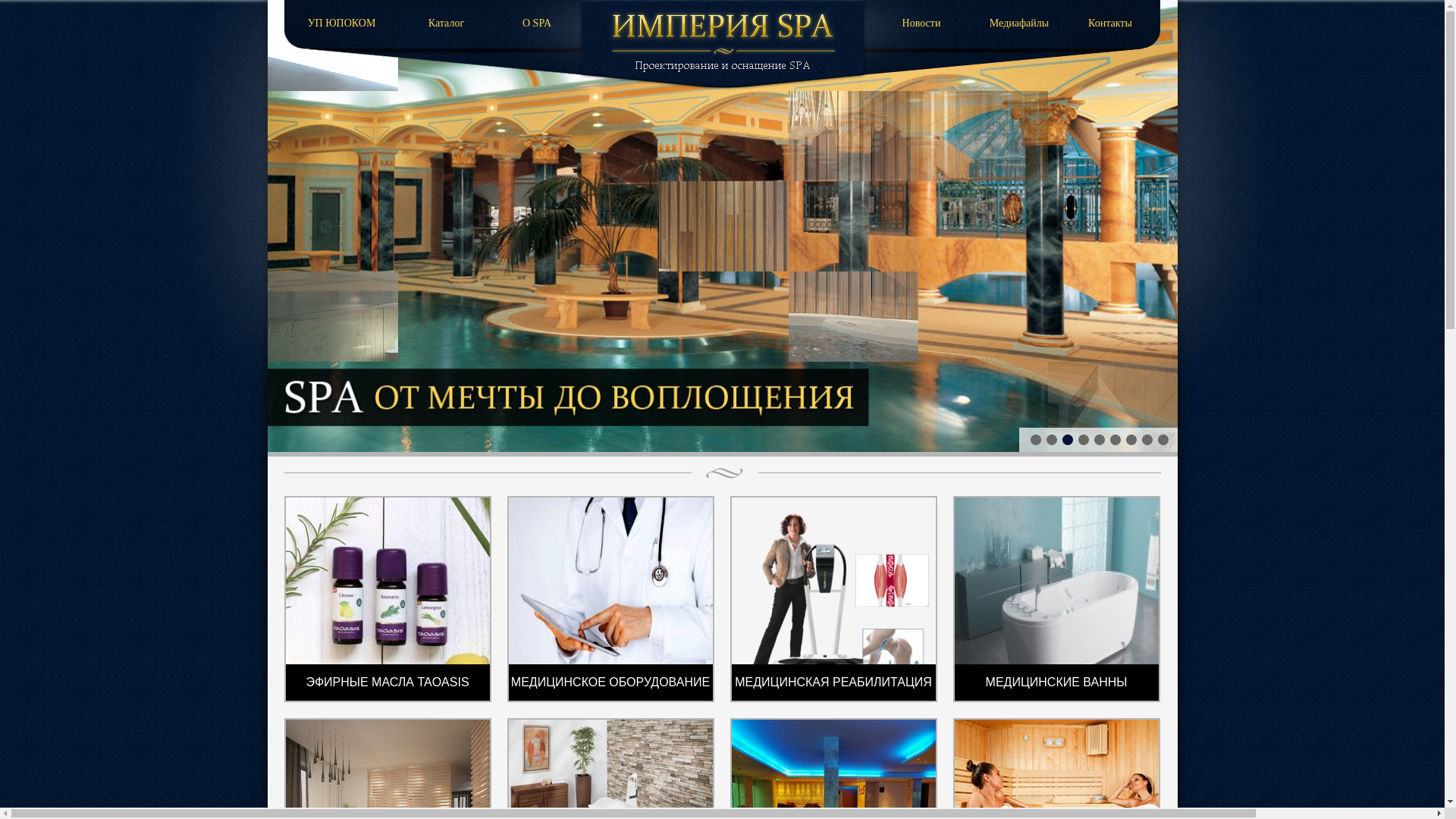 This screenshot has height=819, width=1456. I want to click on '1', so click(1034, 439).